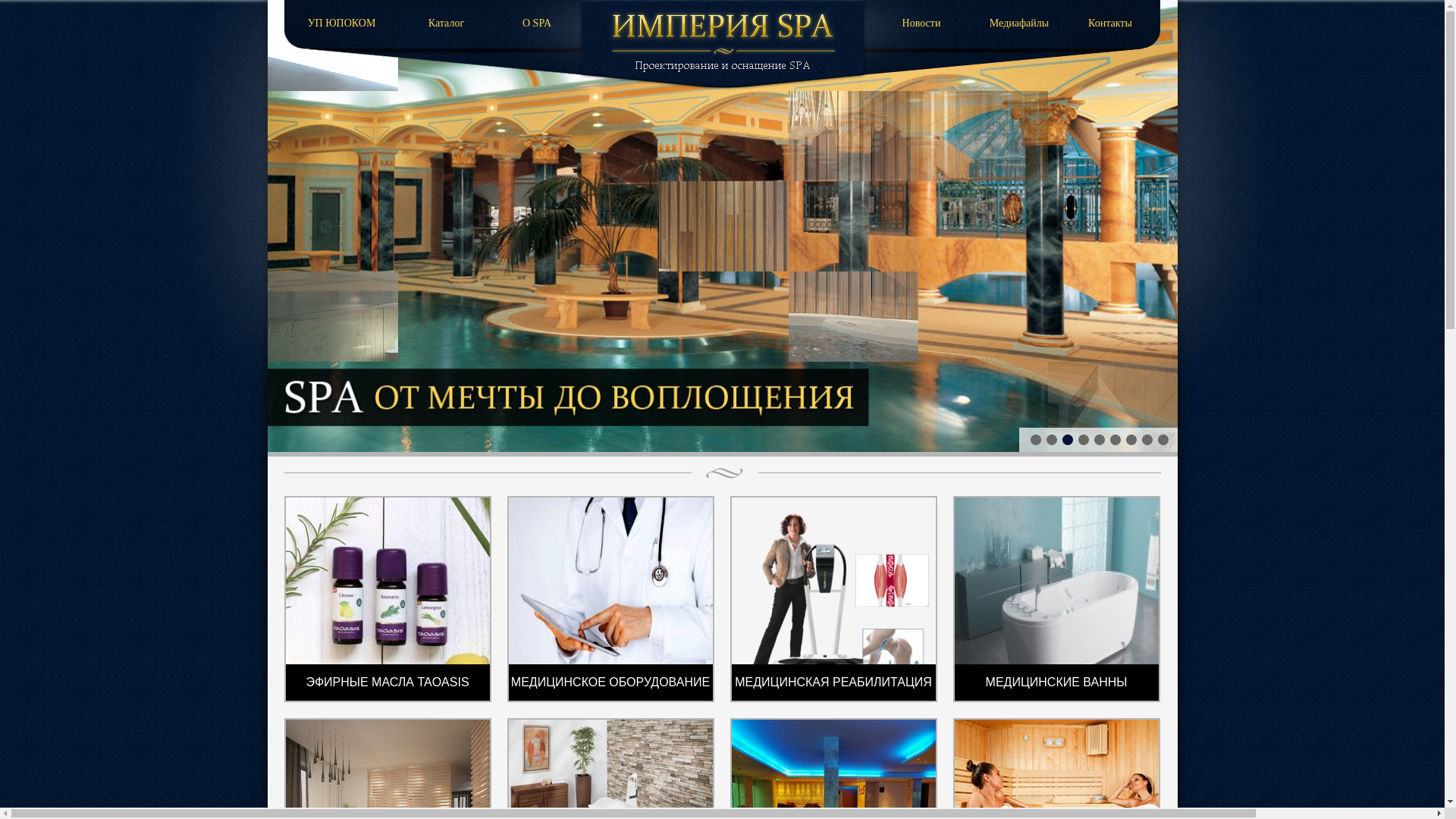 This screenshot has height=819, width=1456. I want to click on '1', so click(1034, 439).